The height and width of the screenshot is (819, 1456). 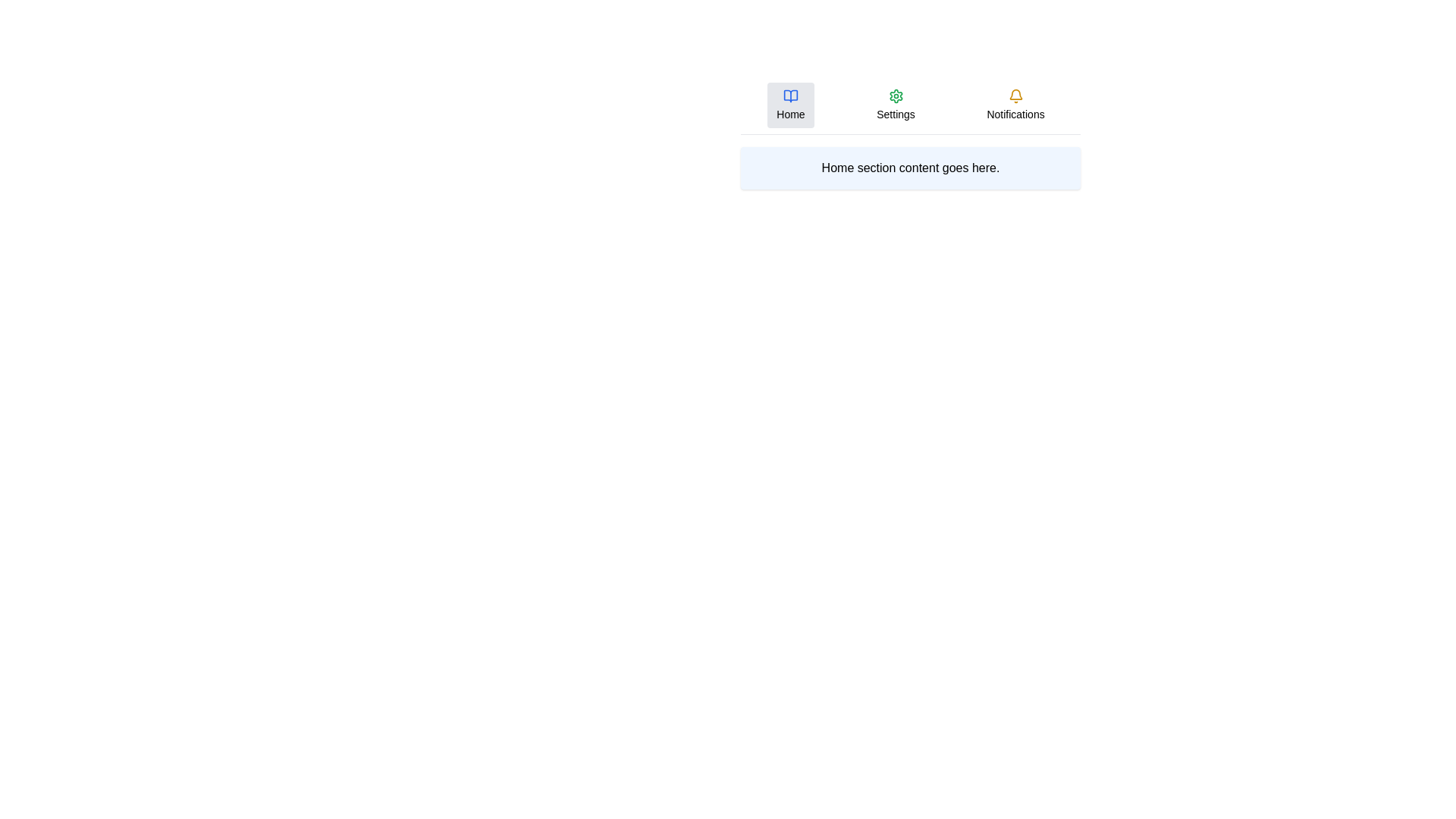 What do you see at coordinates (1015, 104) in the screenshot?
I see `the Notifications tab by clicking on it` at bounding box center [1015, 104].